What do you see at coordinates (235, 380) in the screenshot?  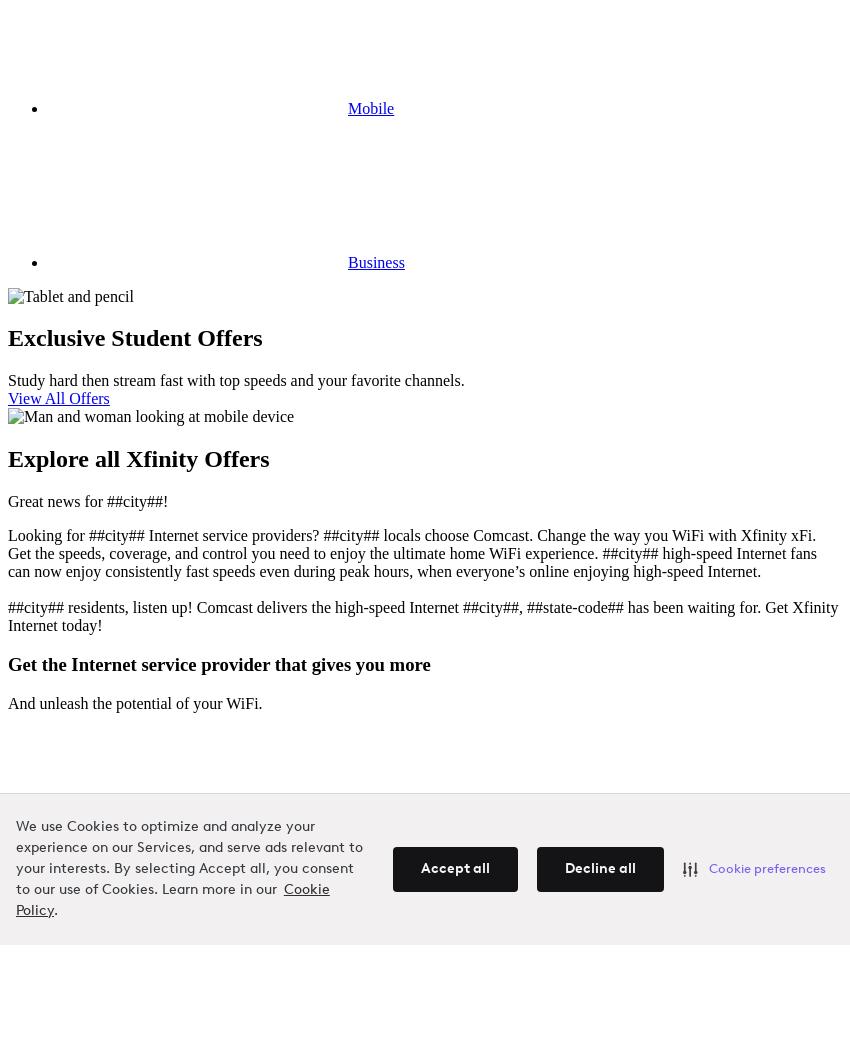 I see `'Study hard then stream fast with top speeds and your favorite channels.'` at bounding box center [235, 380].